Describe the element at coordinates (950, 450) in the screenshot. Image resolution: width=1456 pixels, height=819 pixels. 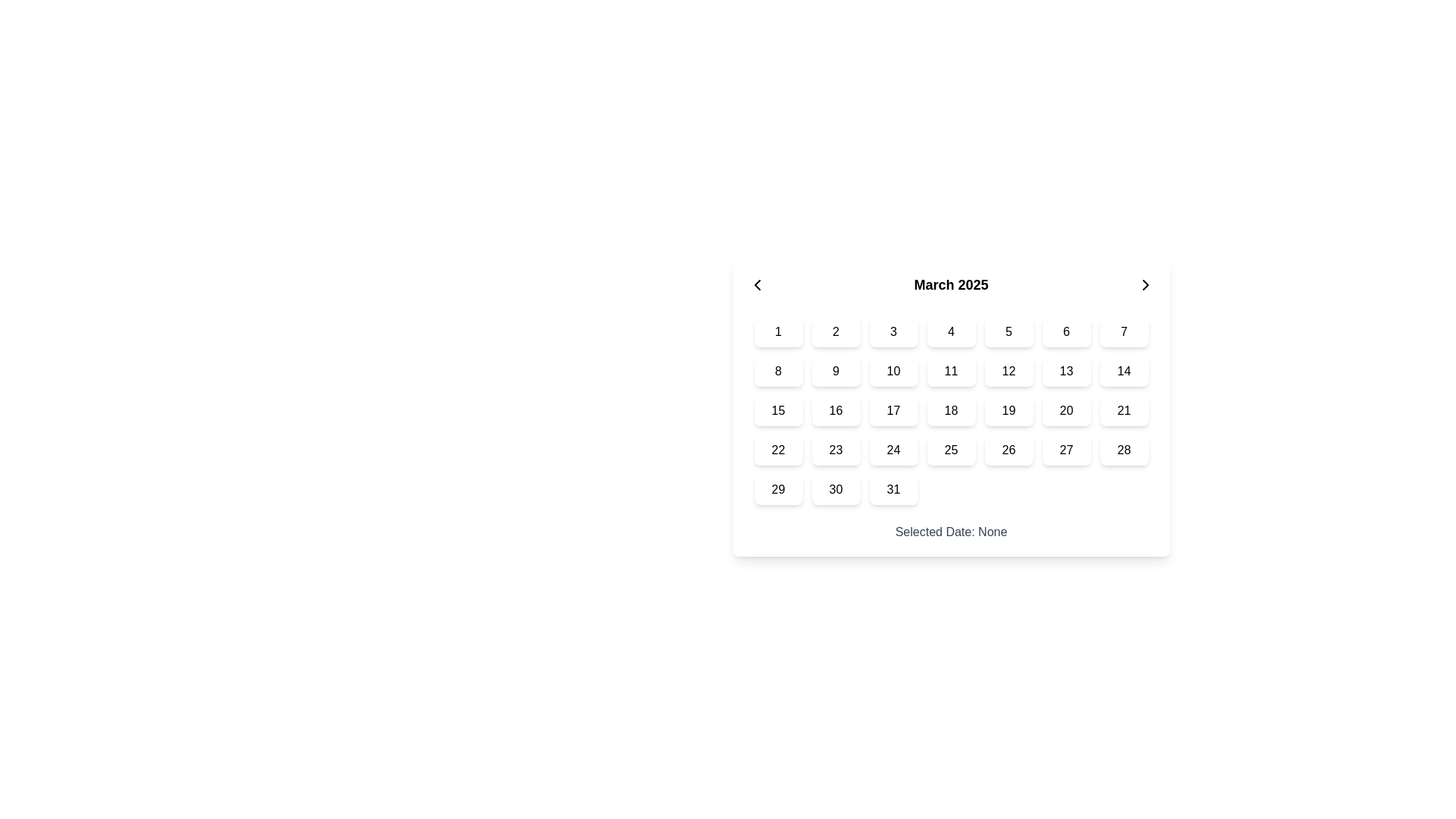
I see `the date button representing March 25, 2025, located in the fifth column of the fourth row of the calendar interface` at that location.